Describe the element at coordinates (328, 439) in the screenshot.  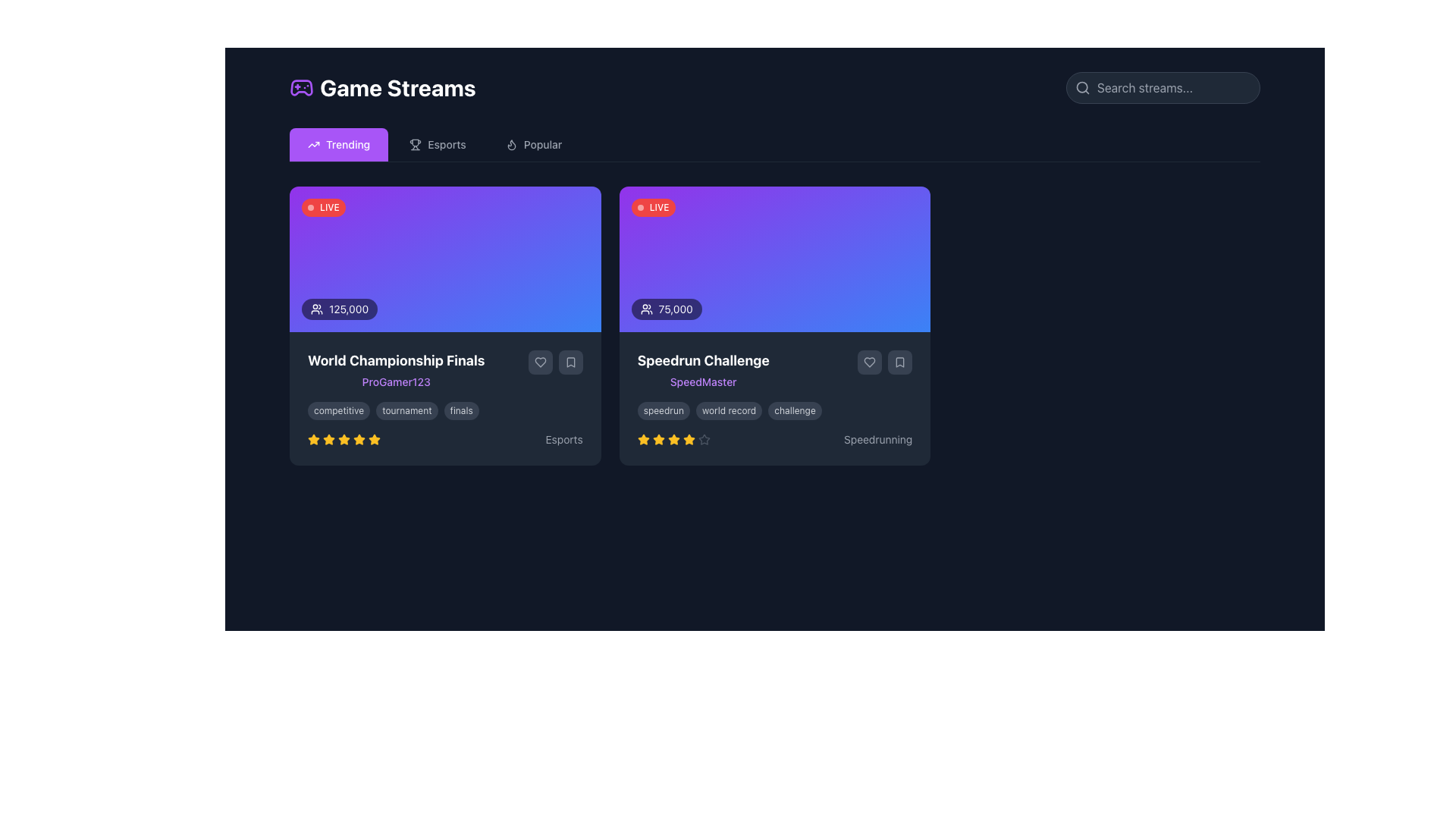
I see `the third star icon from the left in a horizontal row of six star icons, which is styled with a yellow fill and border, located directly below the title of the first card labeled 'World Championship Finals'` at that location.